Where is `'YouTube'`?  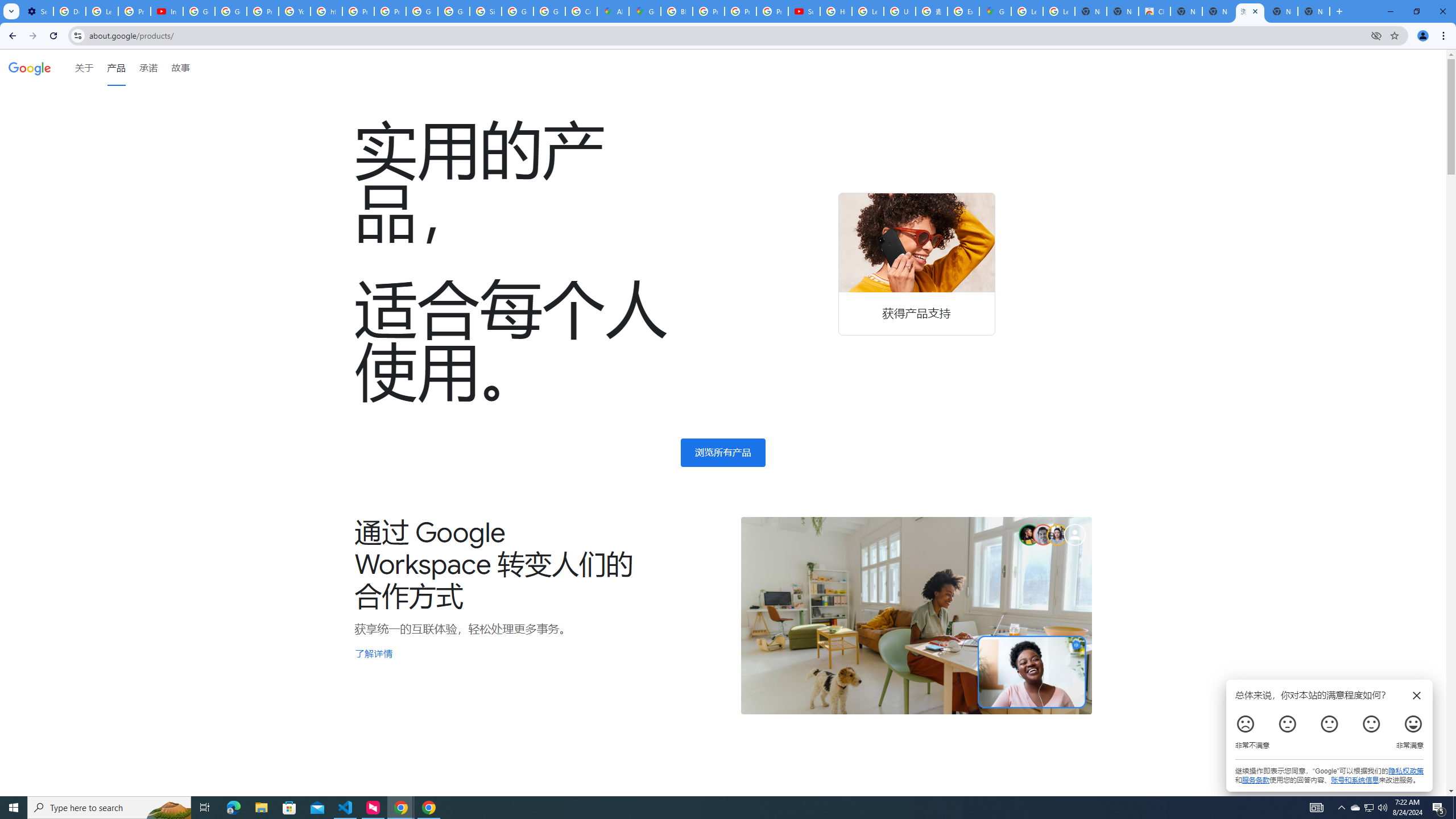 'YouTube' is located at coordinates (294, 11).